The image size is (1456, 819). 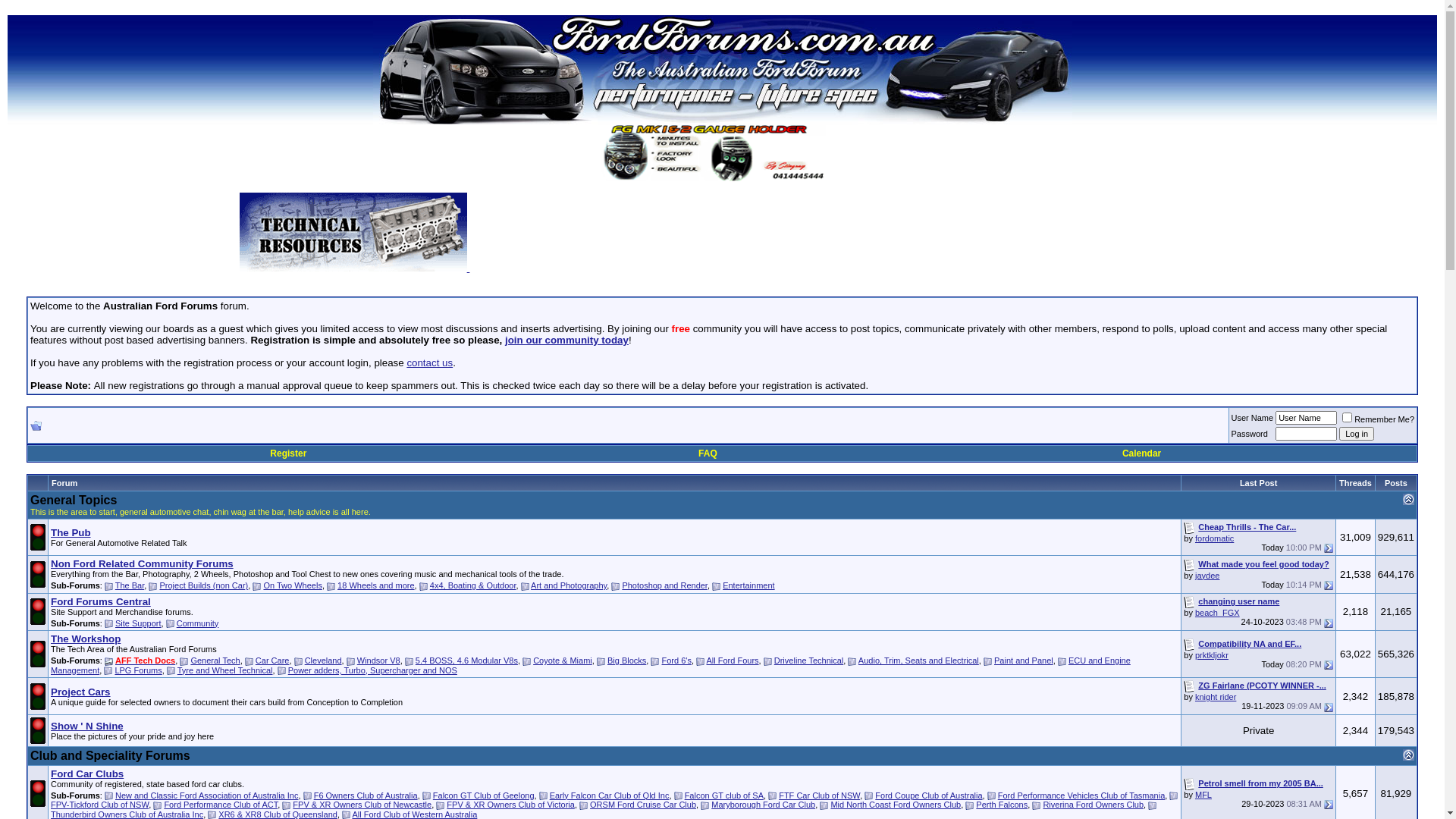 I want to click on 'Driveline Technical', so click(x=808, y=660).